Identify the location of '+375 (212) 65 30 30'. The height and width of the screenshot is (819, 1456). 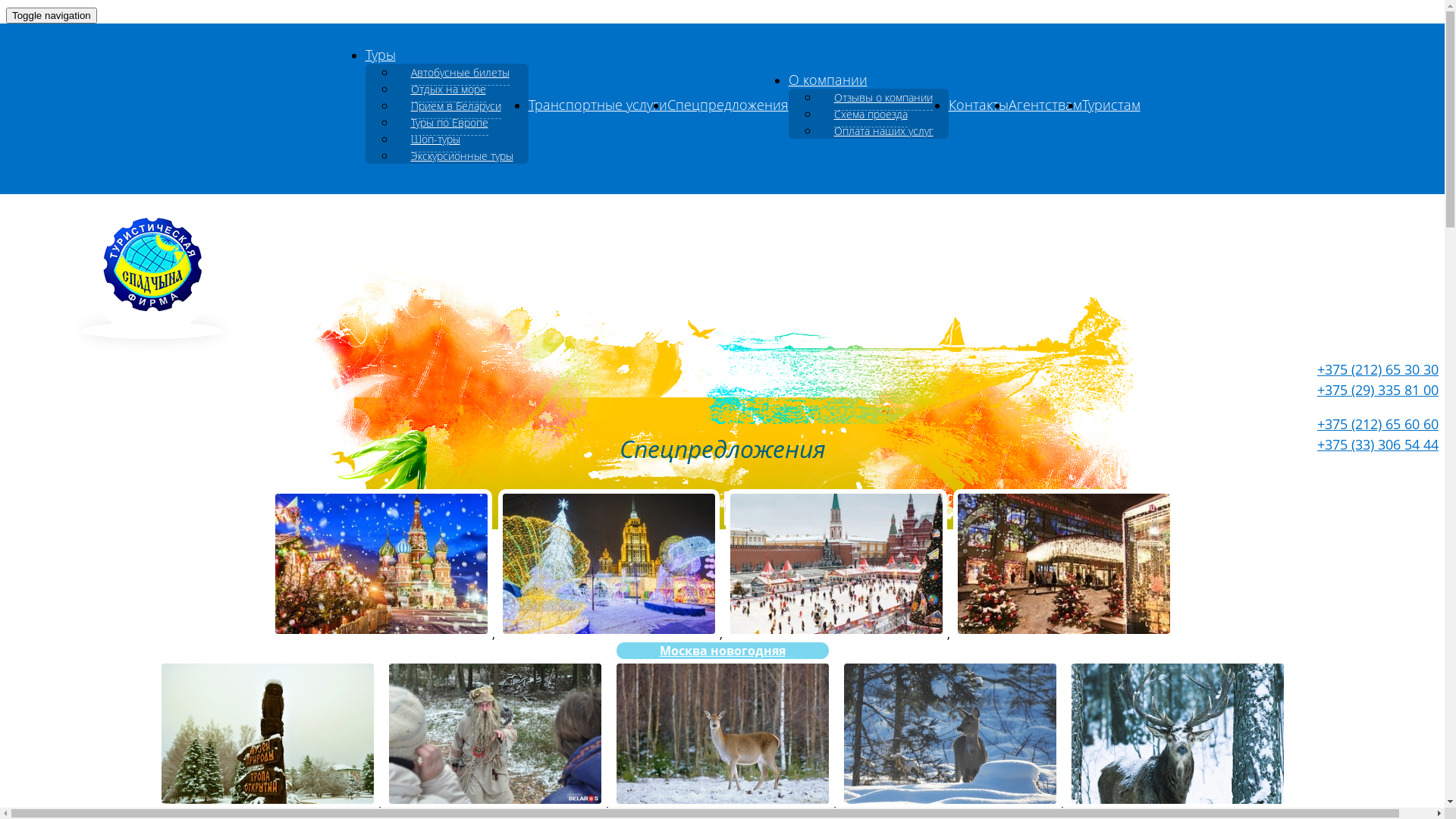
(1378, 369).